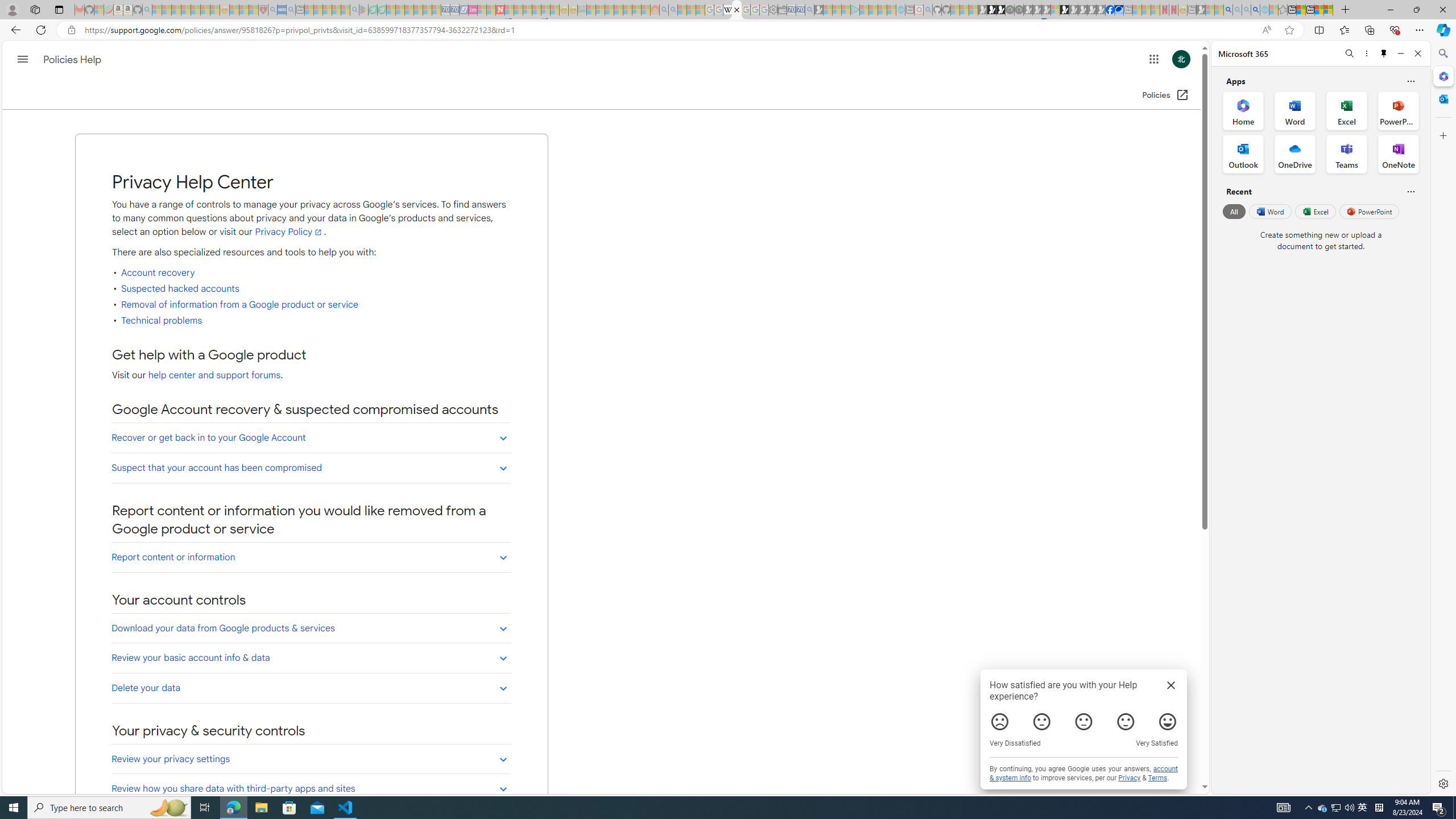 This screenshot has width=1456, height=819. What do you see at coordinates (1170, 684) in the screenshot?
I see `'Close user survey dialog'` at bounding box center [1170, 684].